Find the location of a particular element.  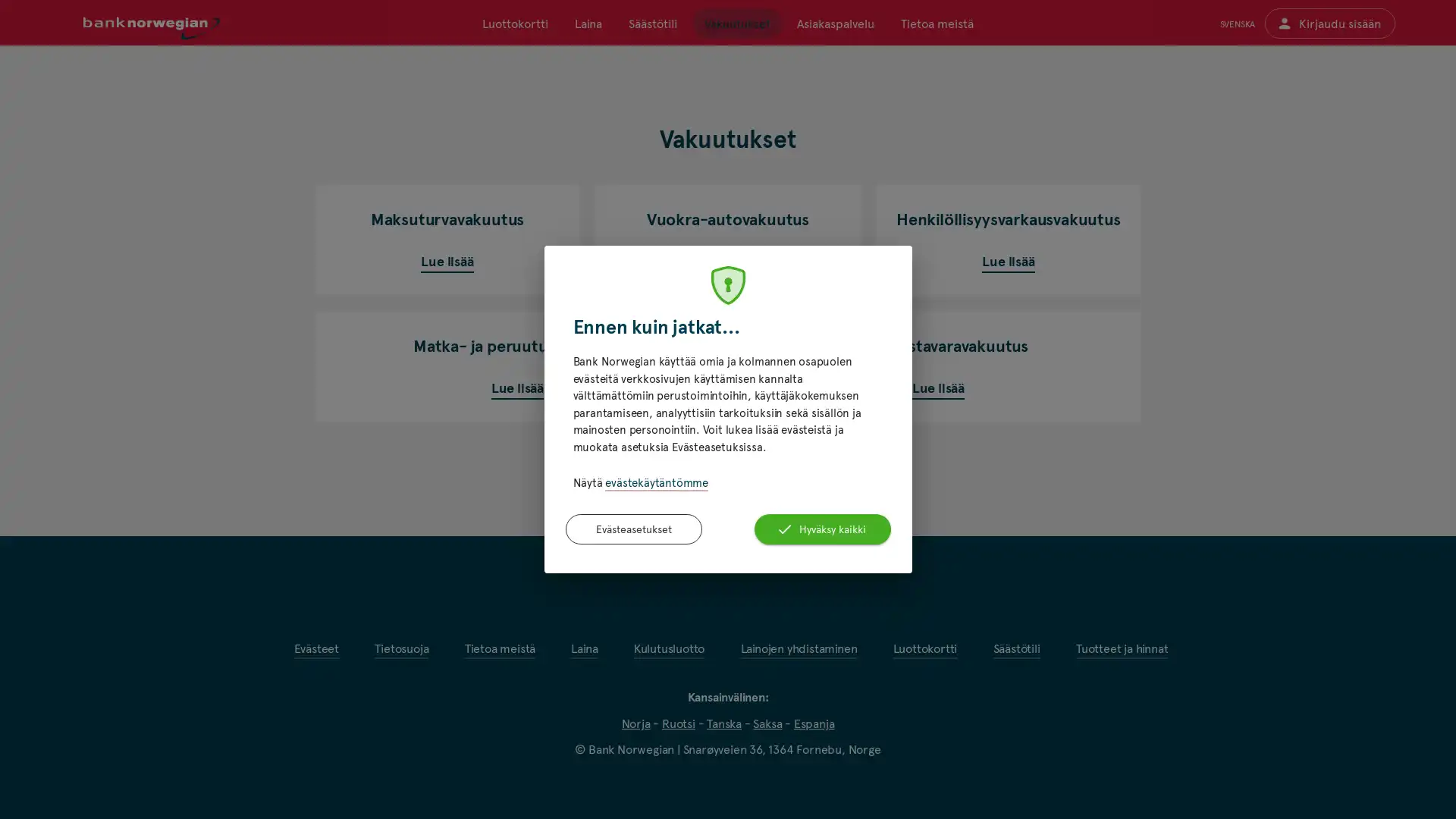

Asiakaspalvelu is located at coordinates (833, 23).